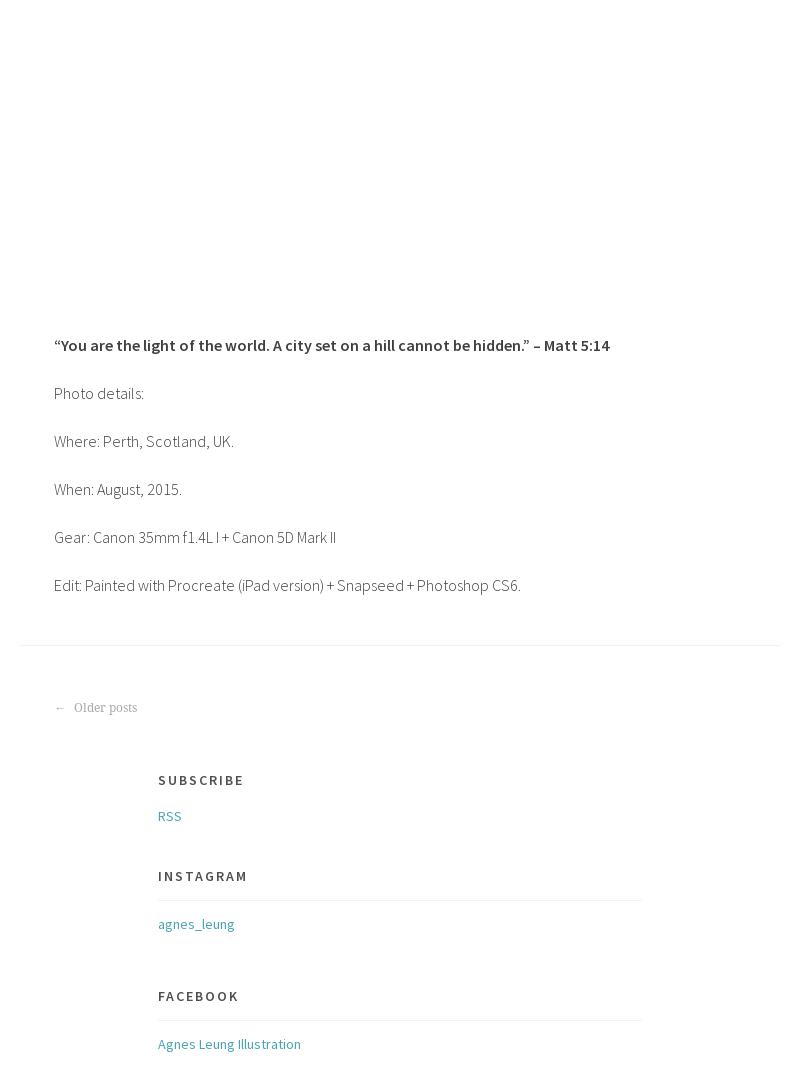 This screenshot has width=800, height=1068. What do you see at coordinates (157, 994) in the screenshot?
I see `'Facebook'` at bounding box center [157, 994].